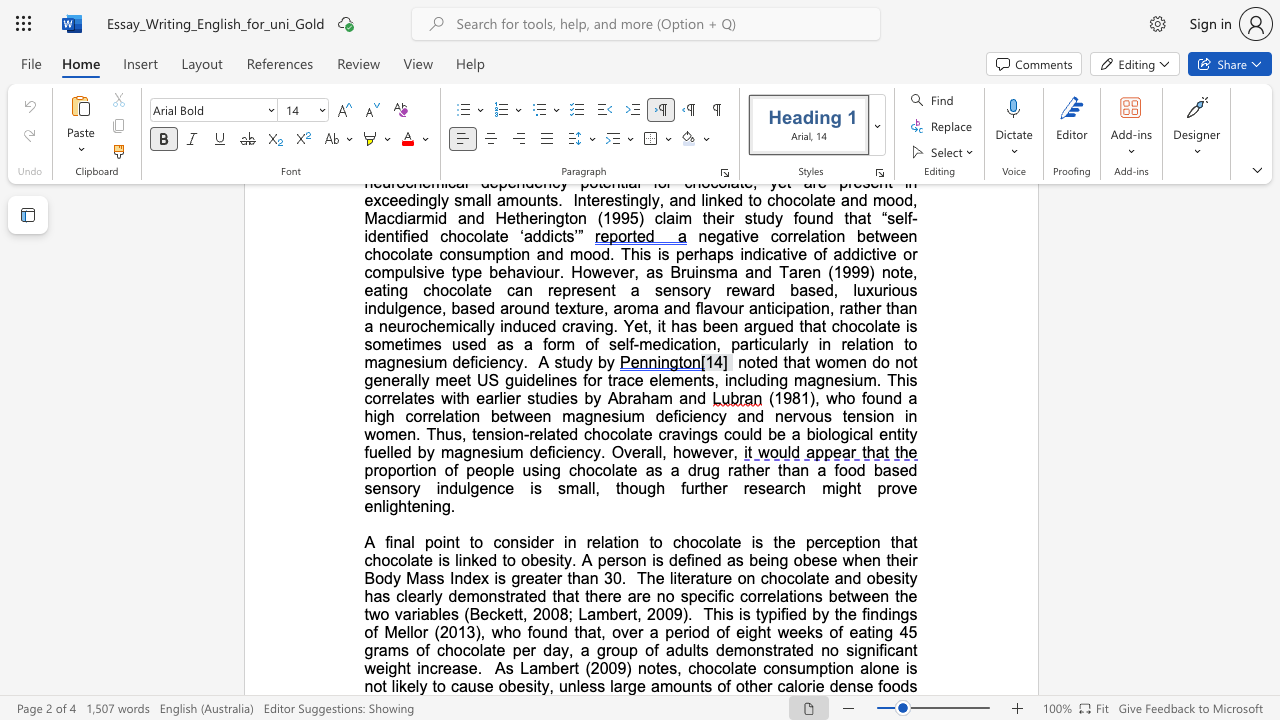 The height and width of the screenshot is (720, 1280). I want to click on the subset text "ocolate consumption alone is not likely to cause obesity, unl" within the text "As Lambert (2009) notes, chocolate consumption alone is not likely to cause obesity, unless", so click(705, 668).